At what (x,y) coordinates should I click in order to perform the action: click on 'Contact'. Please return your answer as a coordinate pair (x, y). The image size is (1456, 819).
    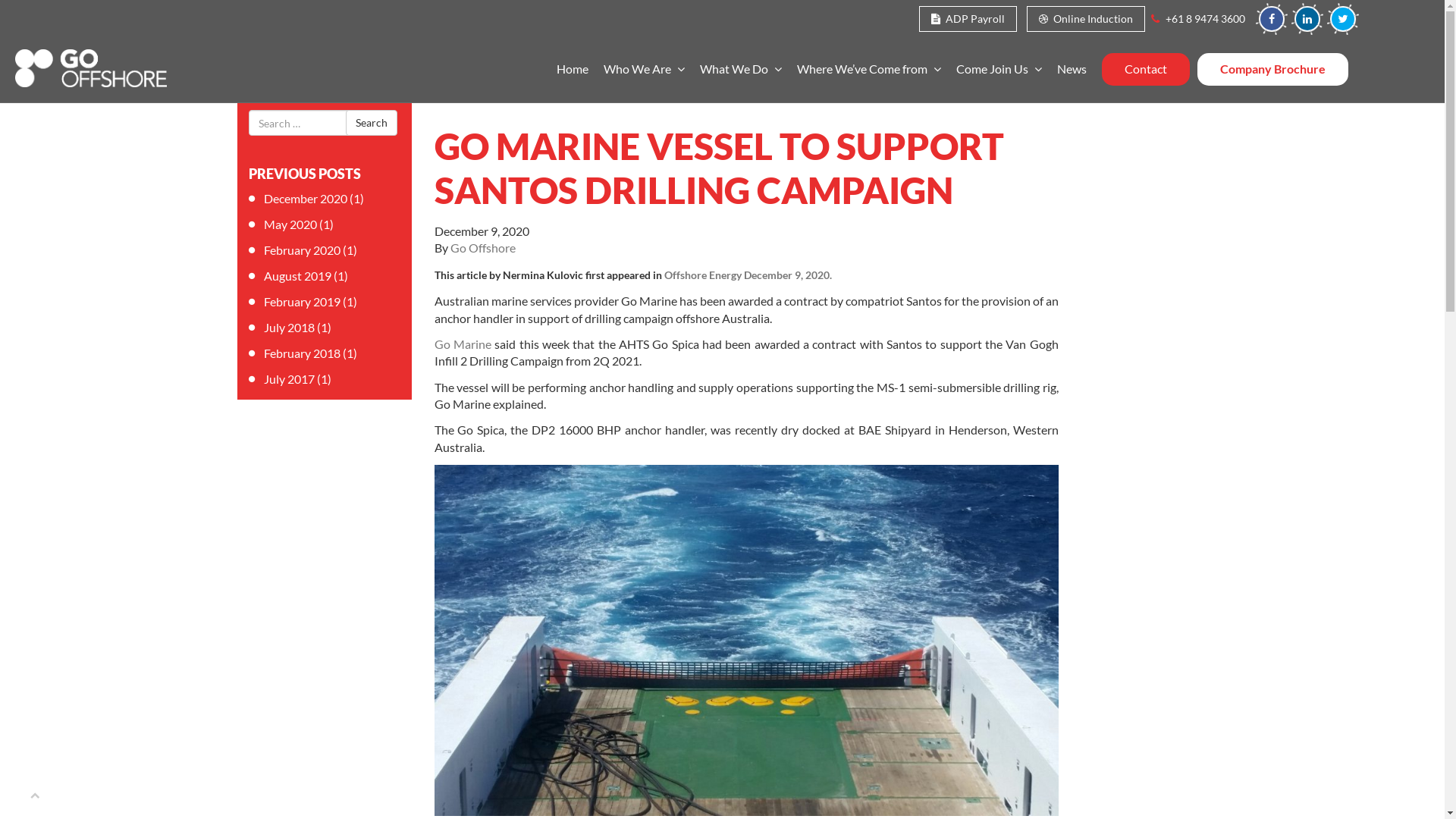
    Looking at the image, I should click on (1145, 69).